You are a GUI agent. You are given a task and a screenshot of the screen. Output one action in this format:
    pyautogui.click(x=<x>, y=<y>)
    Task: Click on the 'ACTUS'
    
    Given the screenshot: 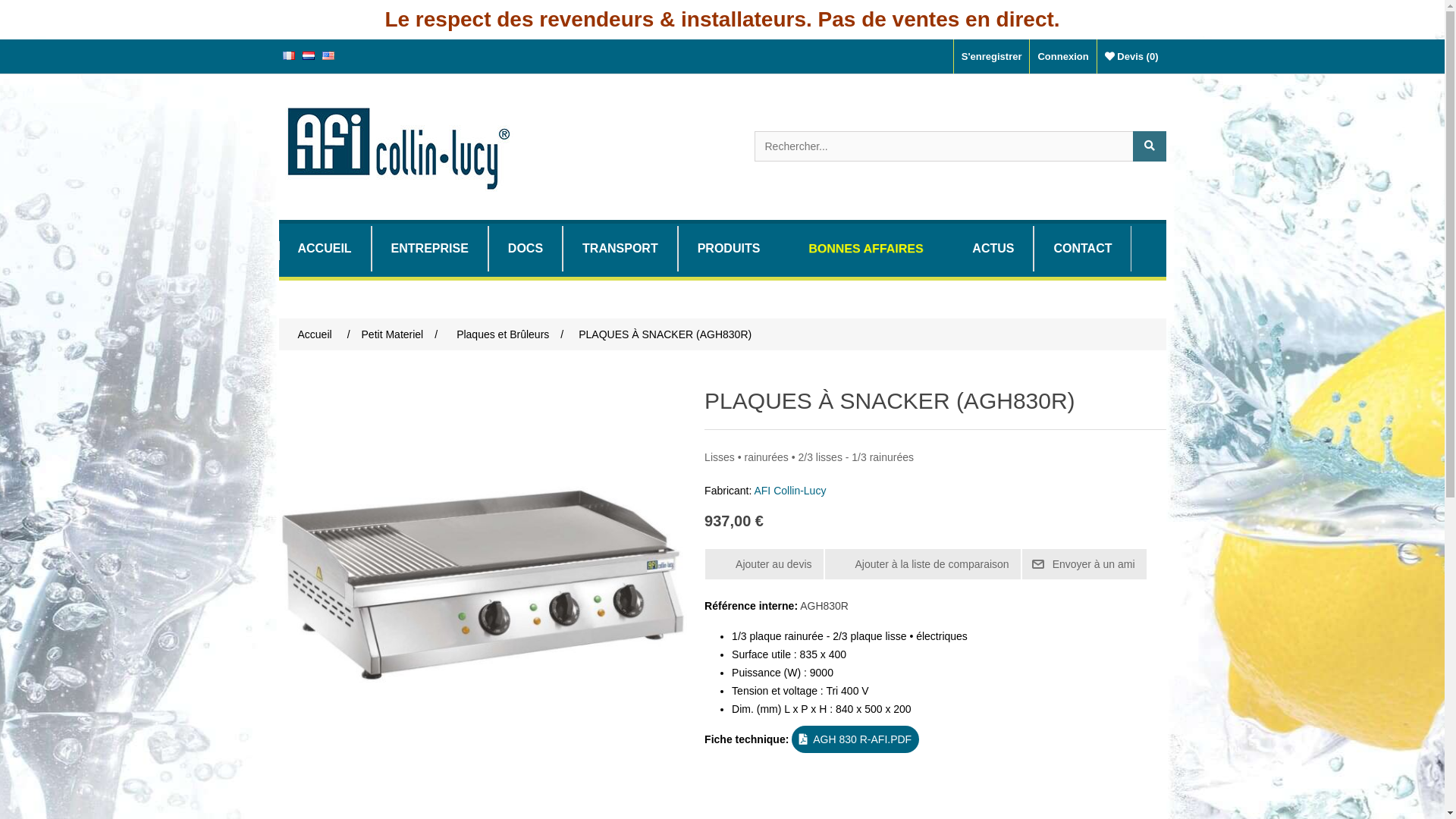 What is the action you would take?
    pyautogui.click(x=993, y=247)
    